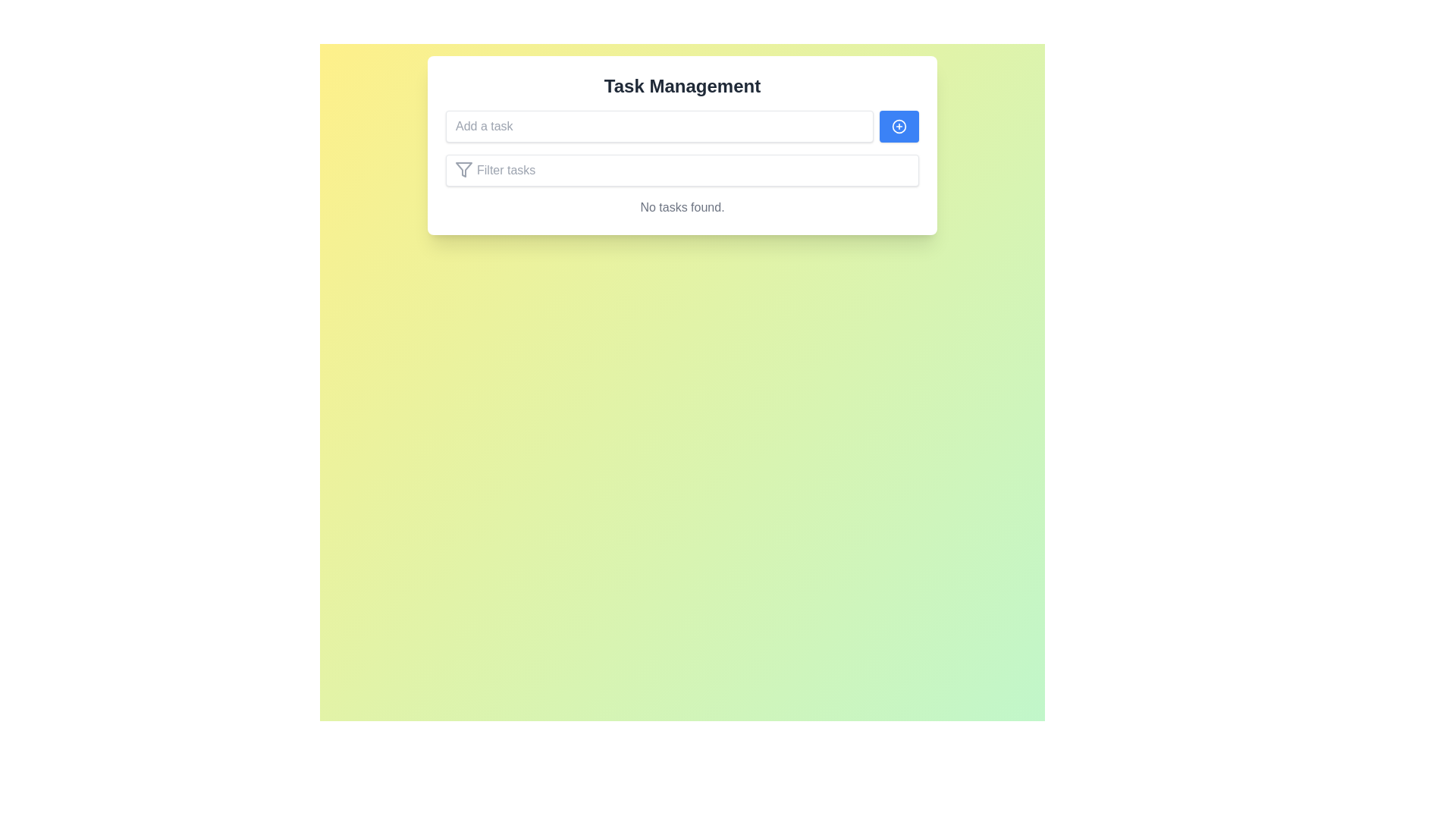 The height and width of the screenshot is (819, 1456). Describe the element at coordinates (463, 169) in the screenshot. I see `the filtering icon located near the left side of the 'Filter tasks' button, which serves a symbolic purpose for filtering functionality` at that location.